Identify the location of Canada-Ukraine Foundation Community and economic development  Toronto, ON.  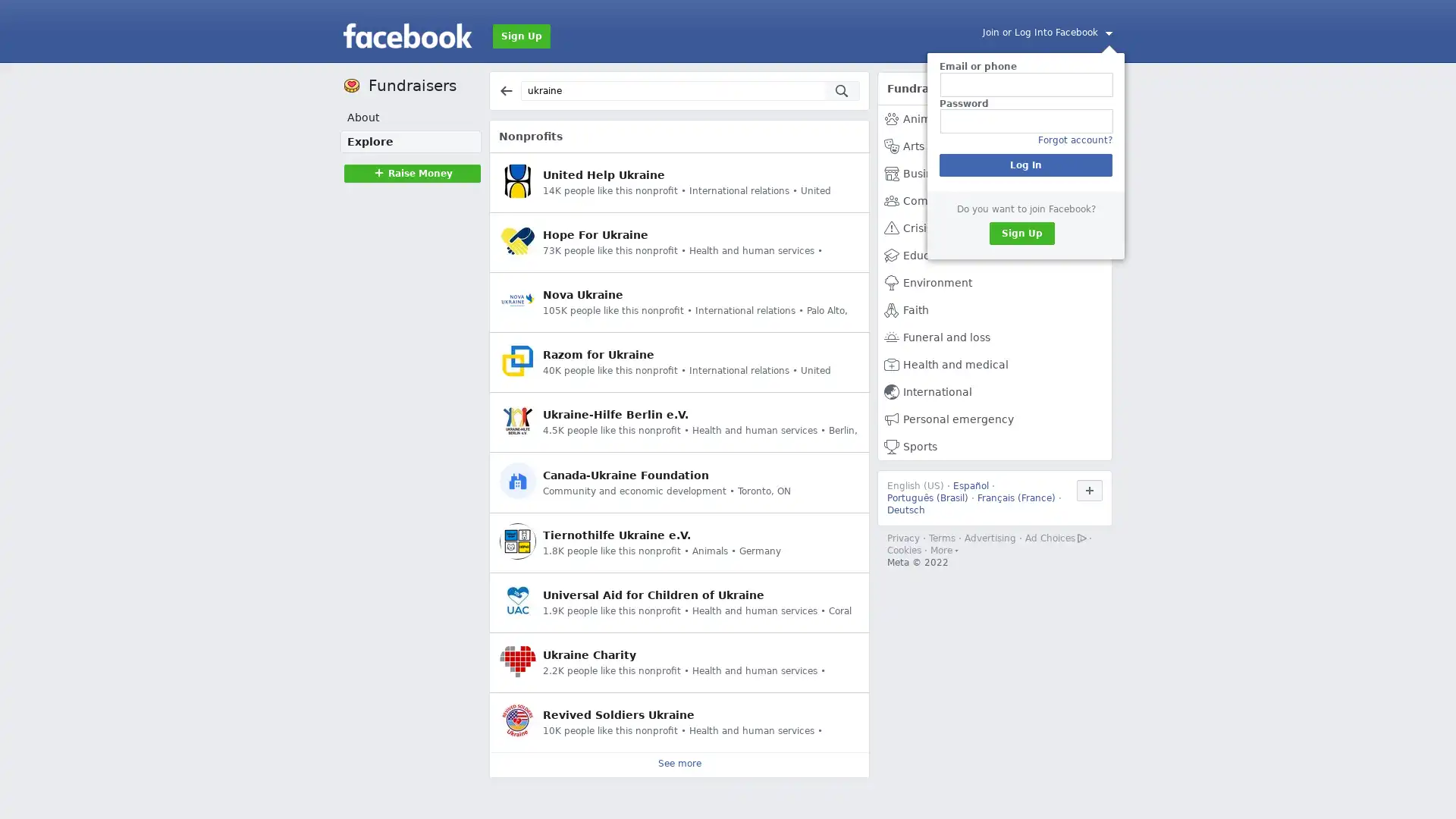
(679, 482).